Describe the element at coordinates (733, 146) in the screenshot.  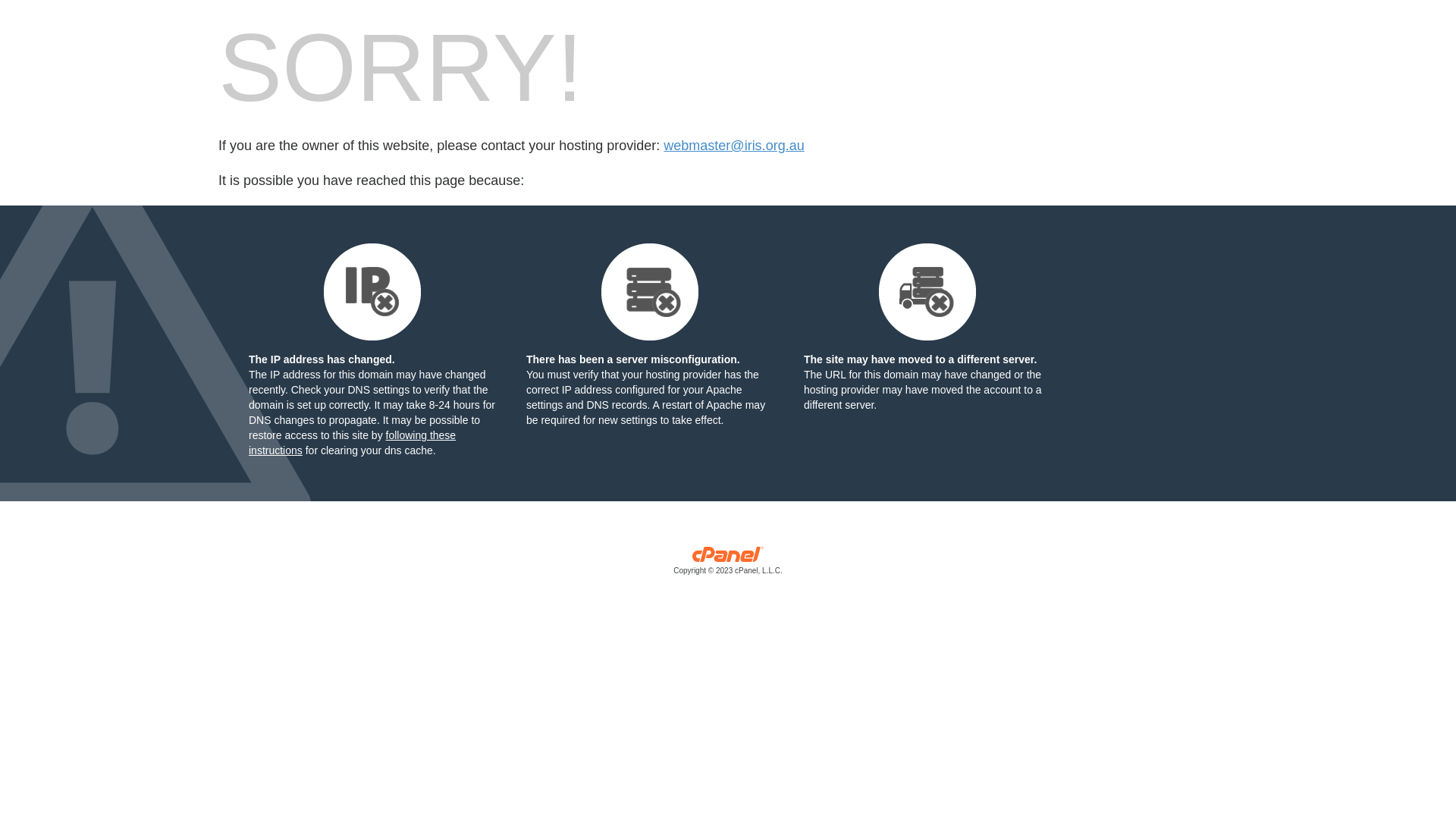
I see `'webmaster@iris.org.au'` at that location.